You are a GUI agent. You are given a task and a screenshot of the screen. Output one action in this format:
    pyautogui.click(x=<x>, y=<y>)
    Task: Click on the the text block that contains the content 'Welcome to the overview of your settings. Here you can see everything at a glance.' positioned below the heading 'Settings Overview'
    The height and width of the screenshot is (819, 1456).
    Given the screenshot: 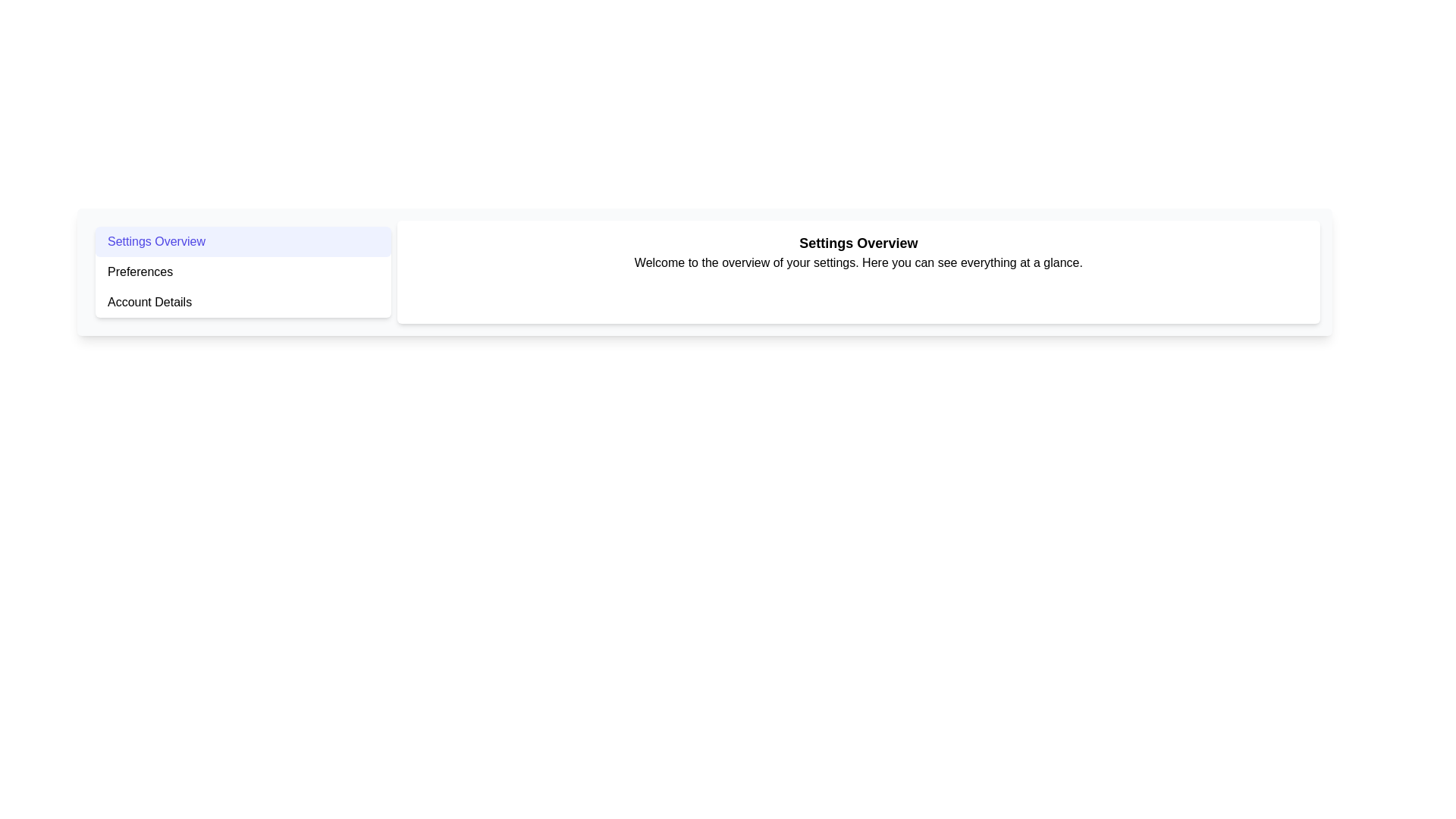 What is the action you would take?
    pyautogui.click(x=858, y=262)
    